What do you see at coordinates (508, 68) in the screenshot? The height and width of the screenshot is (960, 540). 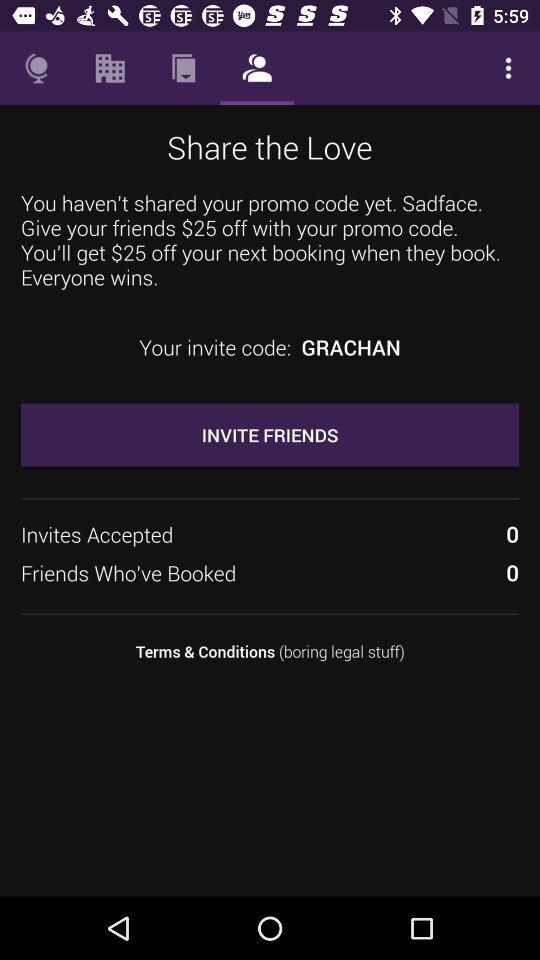 I see `the item above you haven t` at bounding box center [508, 68].